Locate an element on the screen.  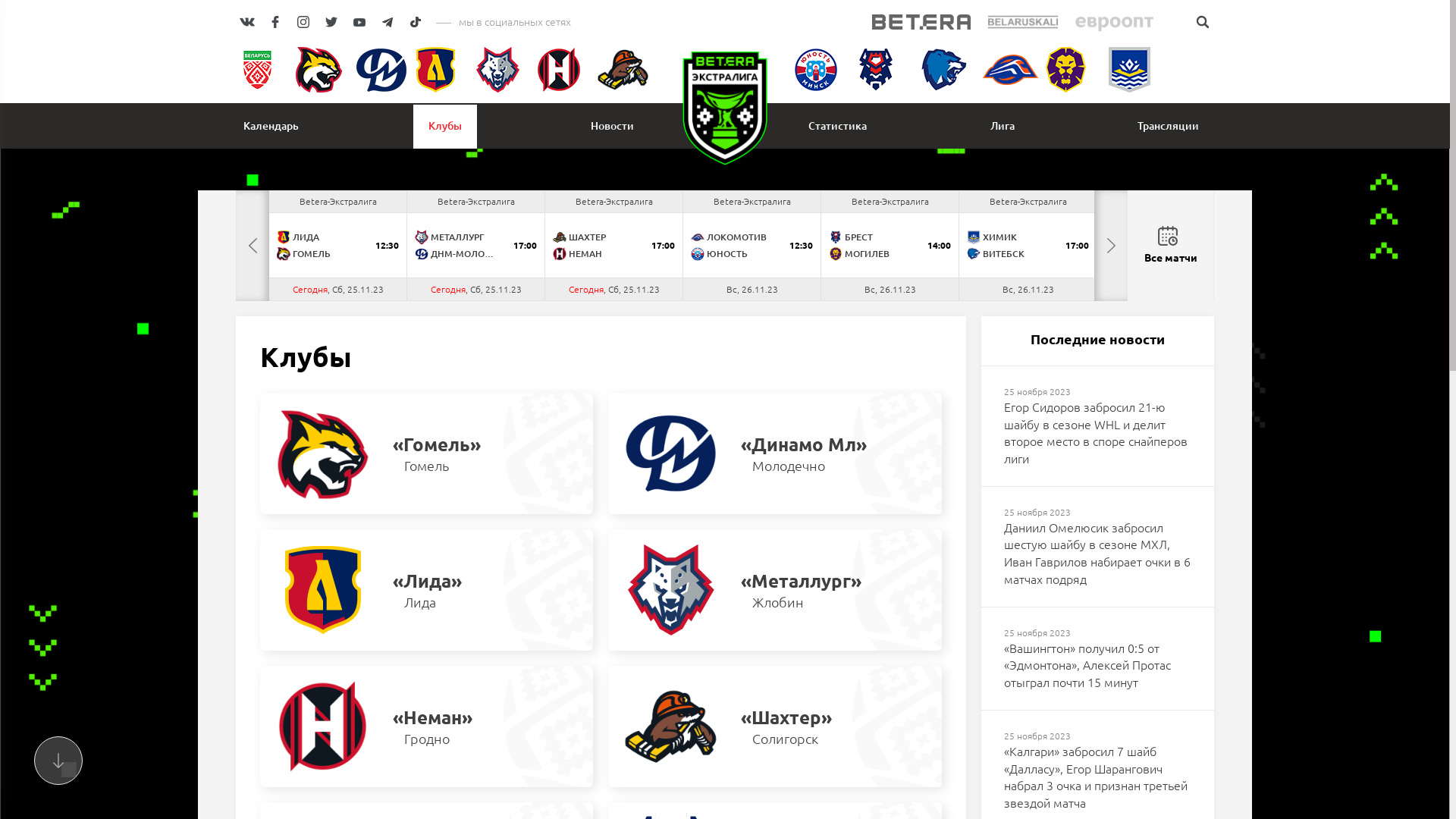
'PREVIOUS' is located at coordinates (235, 245).